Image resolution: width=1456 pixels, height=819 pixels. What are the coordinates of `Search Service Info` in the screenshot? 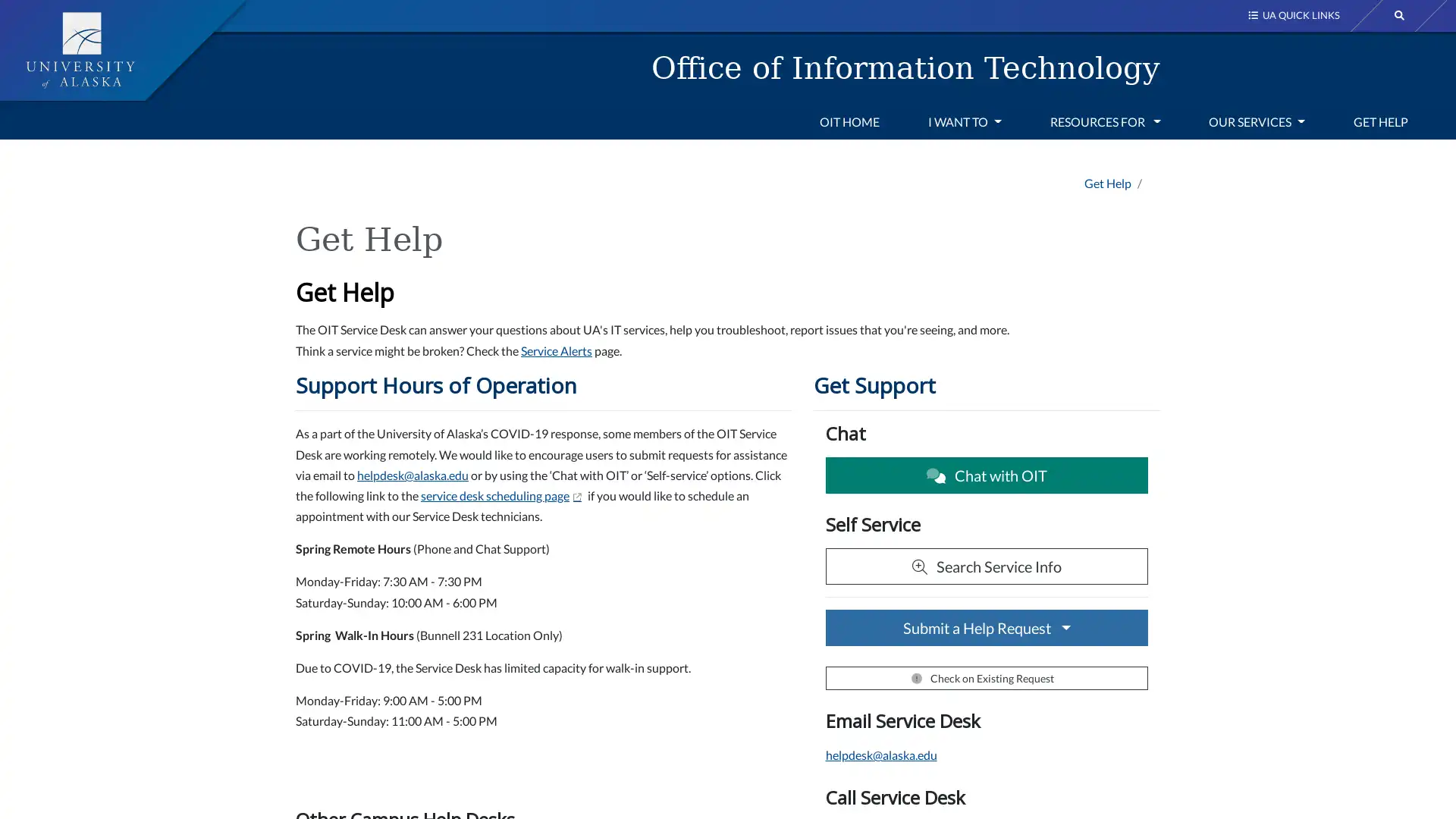 It's located at (986, 566).